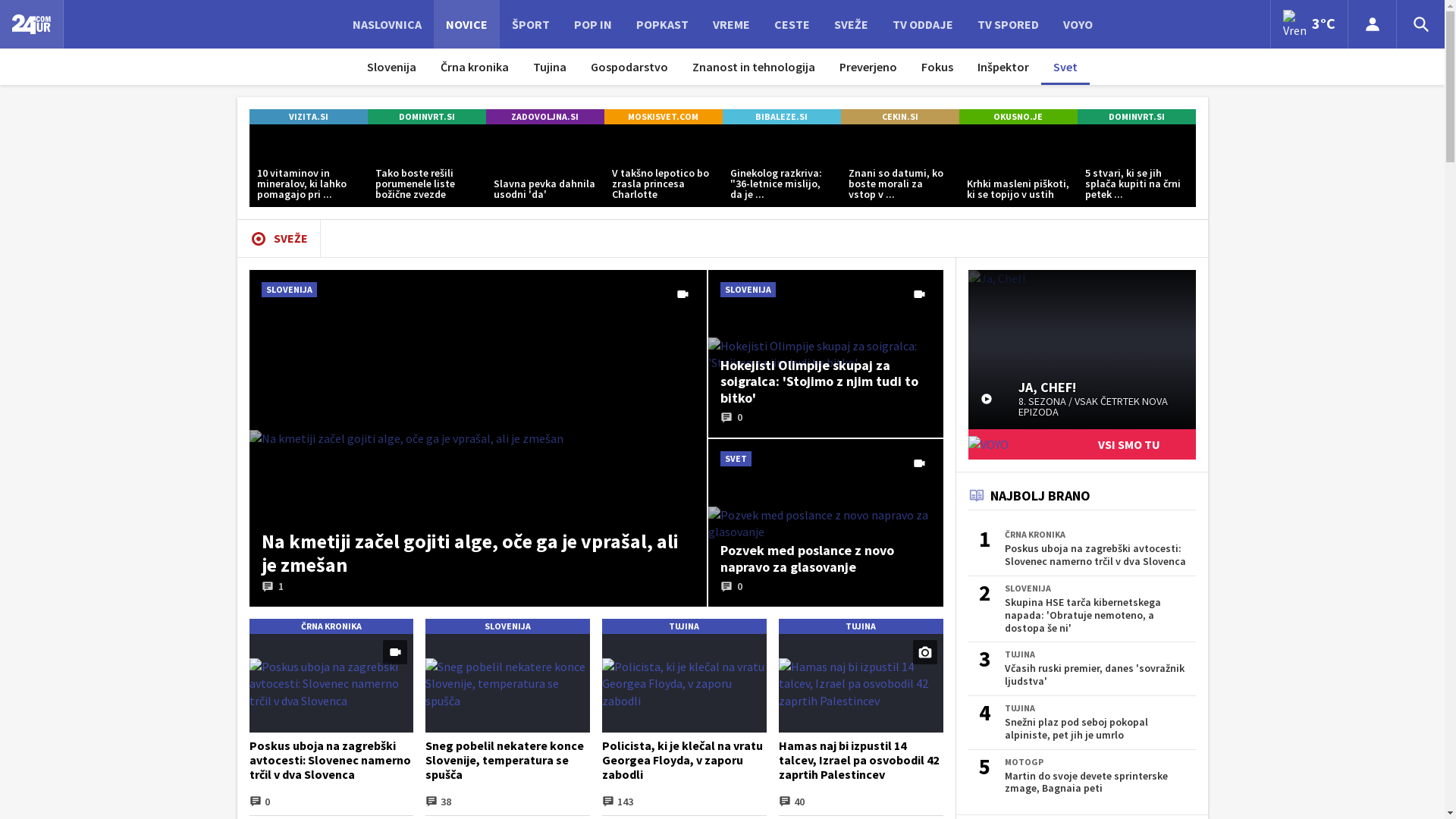 This screenshot has width=1456, height=819. I want to click on 'DOMINVRT.SI', so click(425, 116).